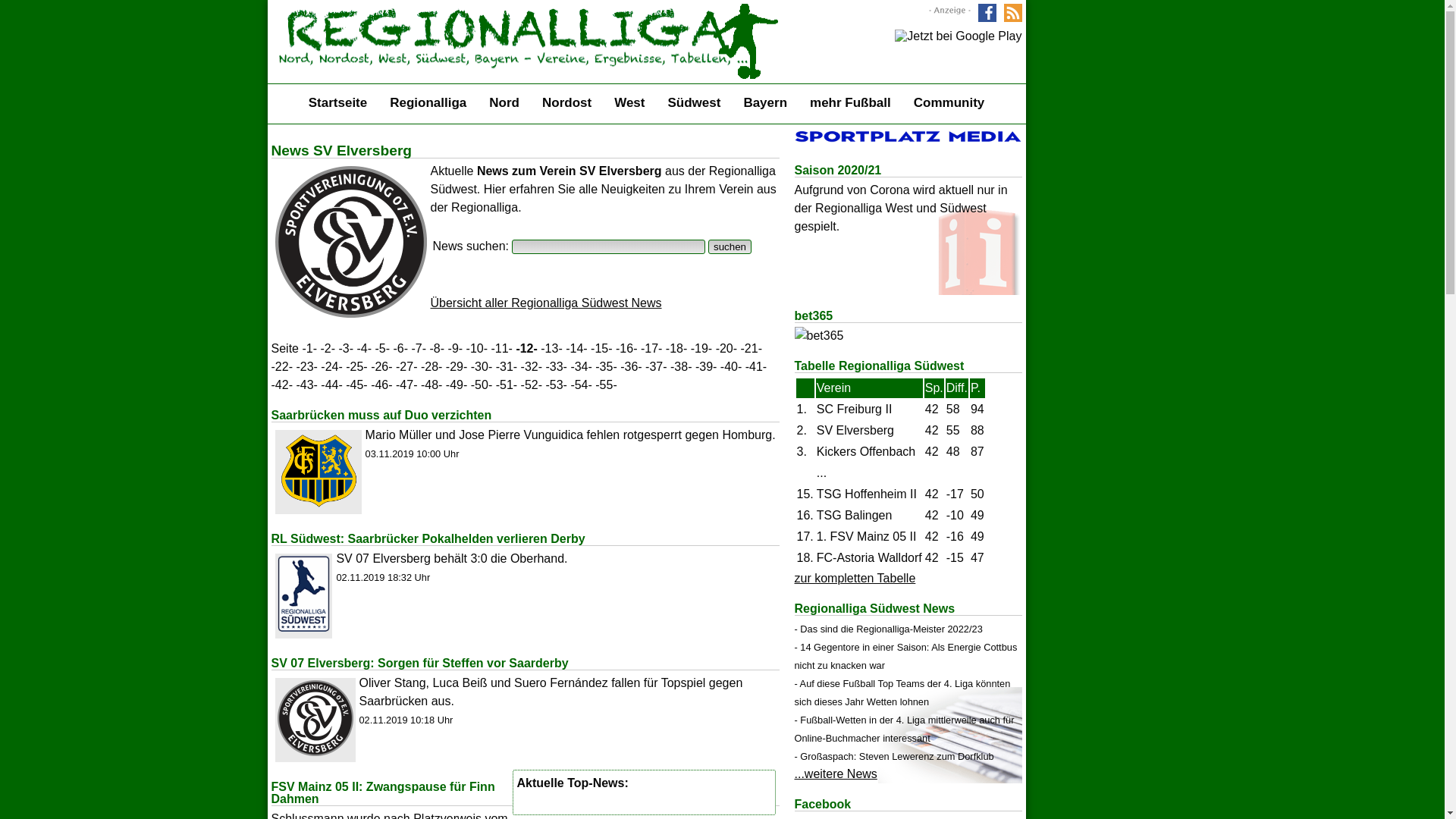  I want to click on '-42-', so click(282, 384).